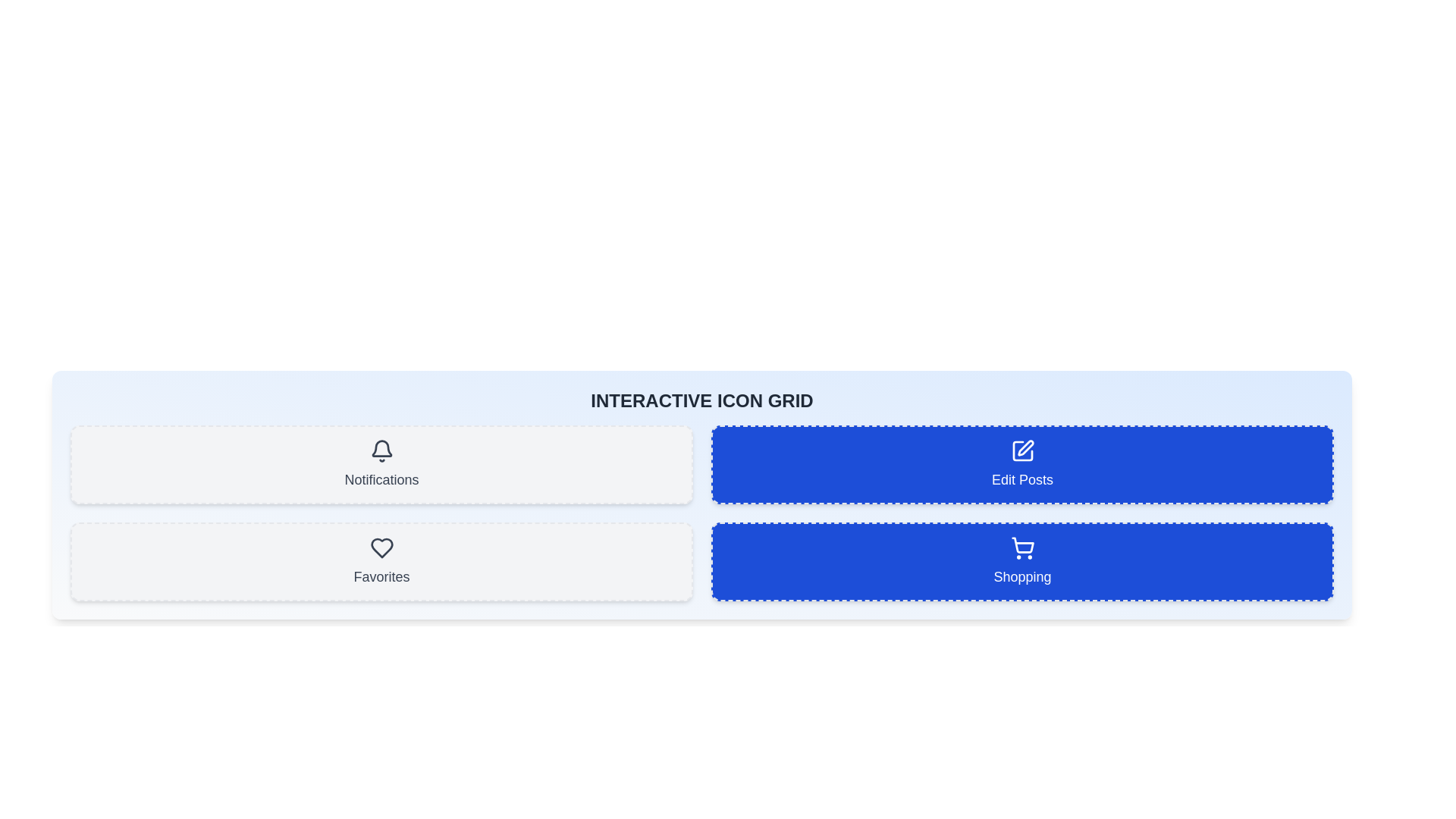 Image resolution: width=1456 pixels, height=819 pixels. Describe the element at coordinates (1022, 561) in the screenshot. I see `the grid item labeled Shopping to observe the hover effect` at that location.